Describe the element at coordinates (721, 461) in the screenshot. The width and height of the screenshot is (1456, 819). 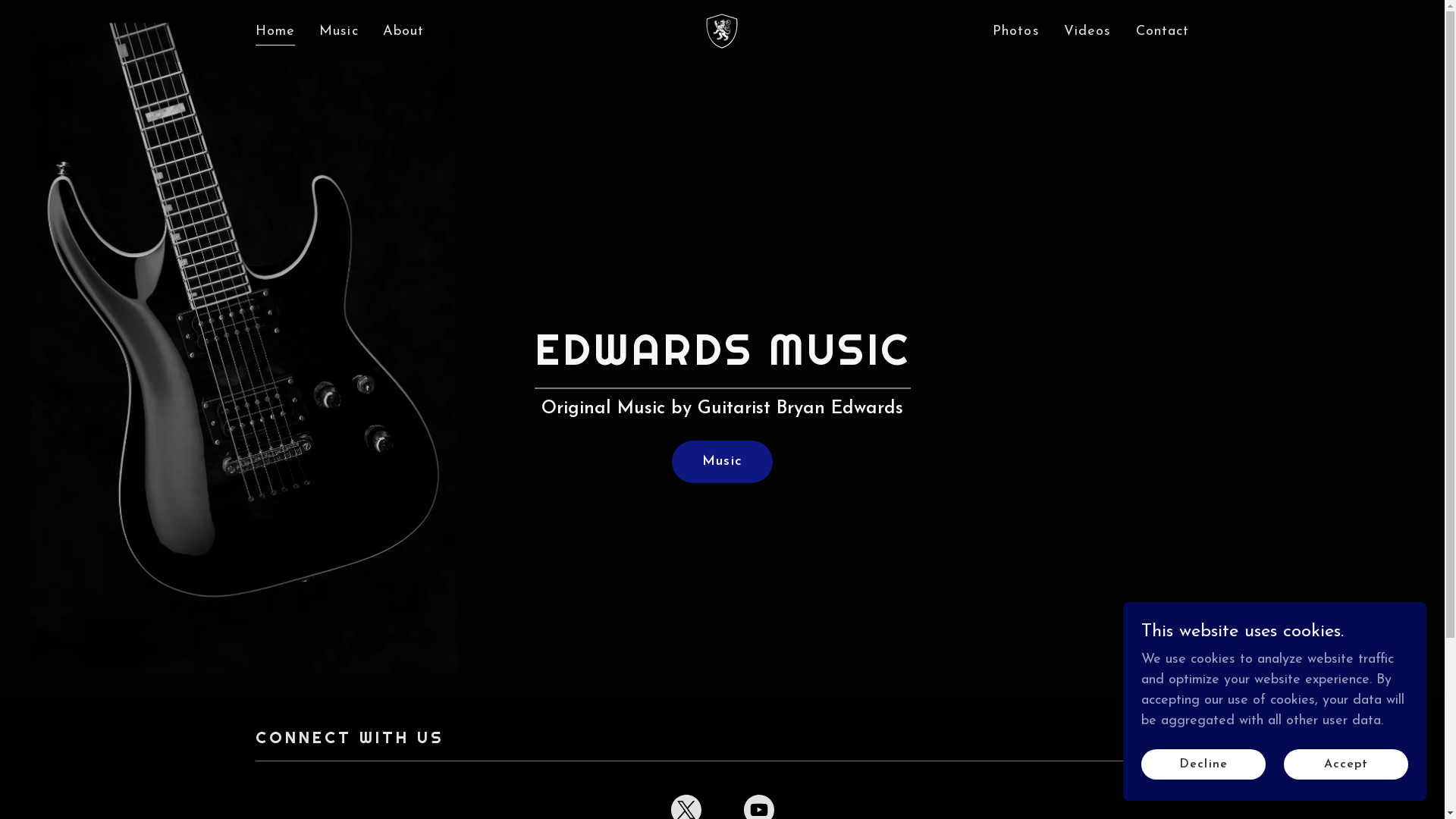
I see `'Music'` at that location.